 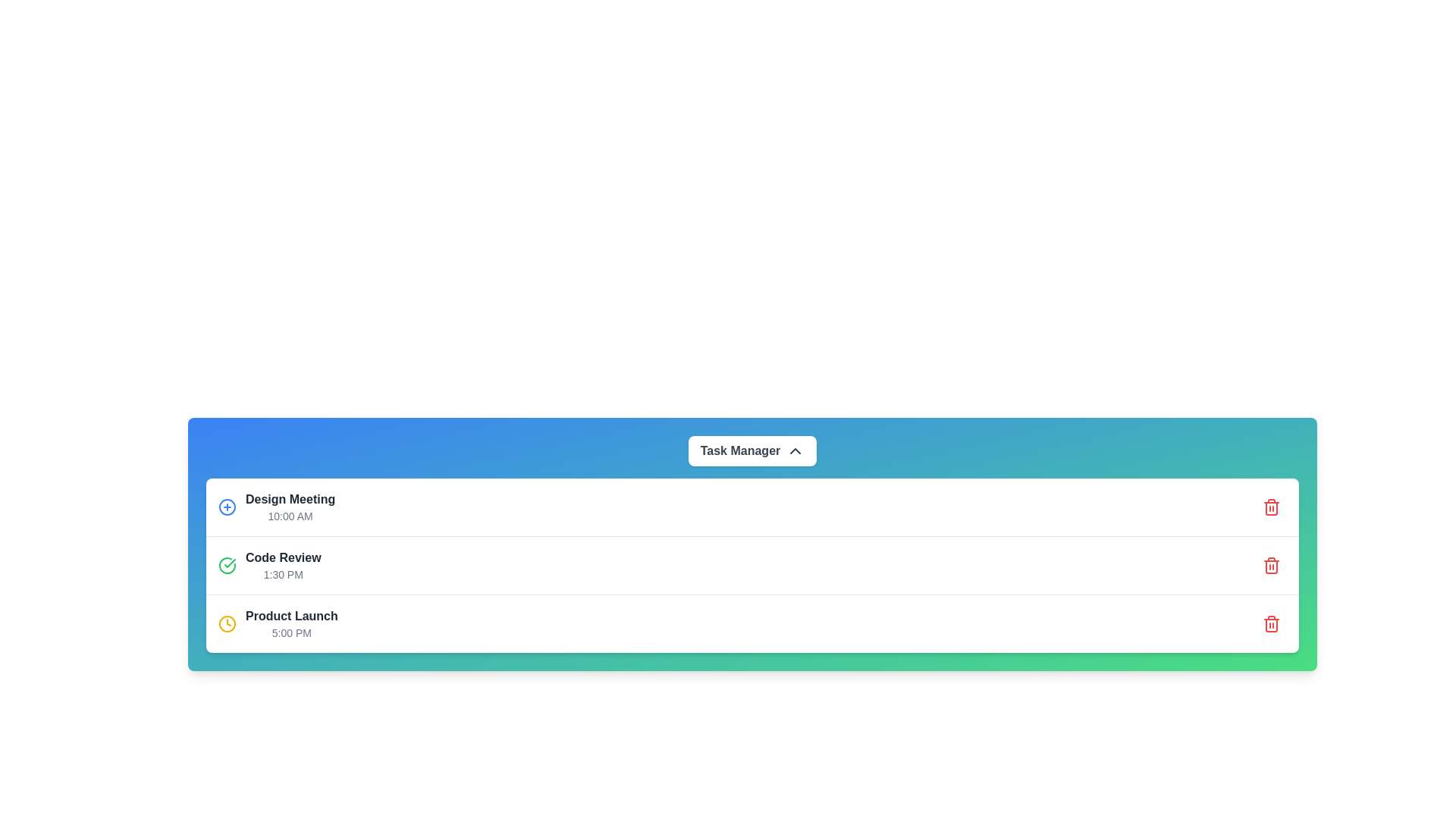 I want to click on the delete button located at the far right of the 'Product Launch 5:00 PM' row, so click(x=1271, y=623).